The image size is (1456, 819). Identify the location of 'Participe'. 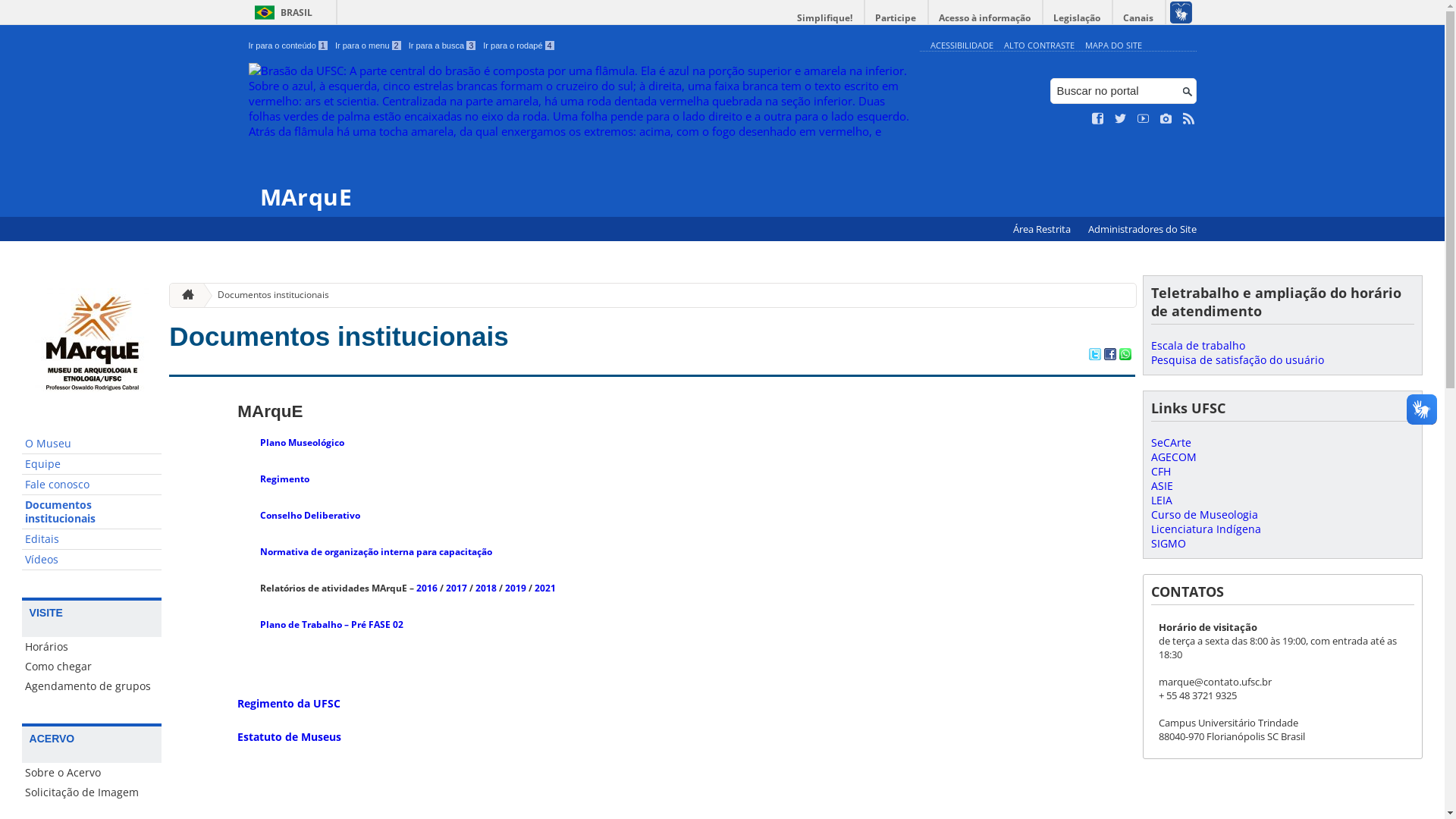
(864, 17).